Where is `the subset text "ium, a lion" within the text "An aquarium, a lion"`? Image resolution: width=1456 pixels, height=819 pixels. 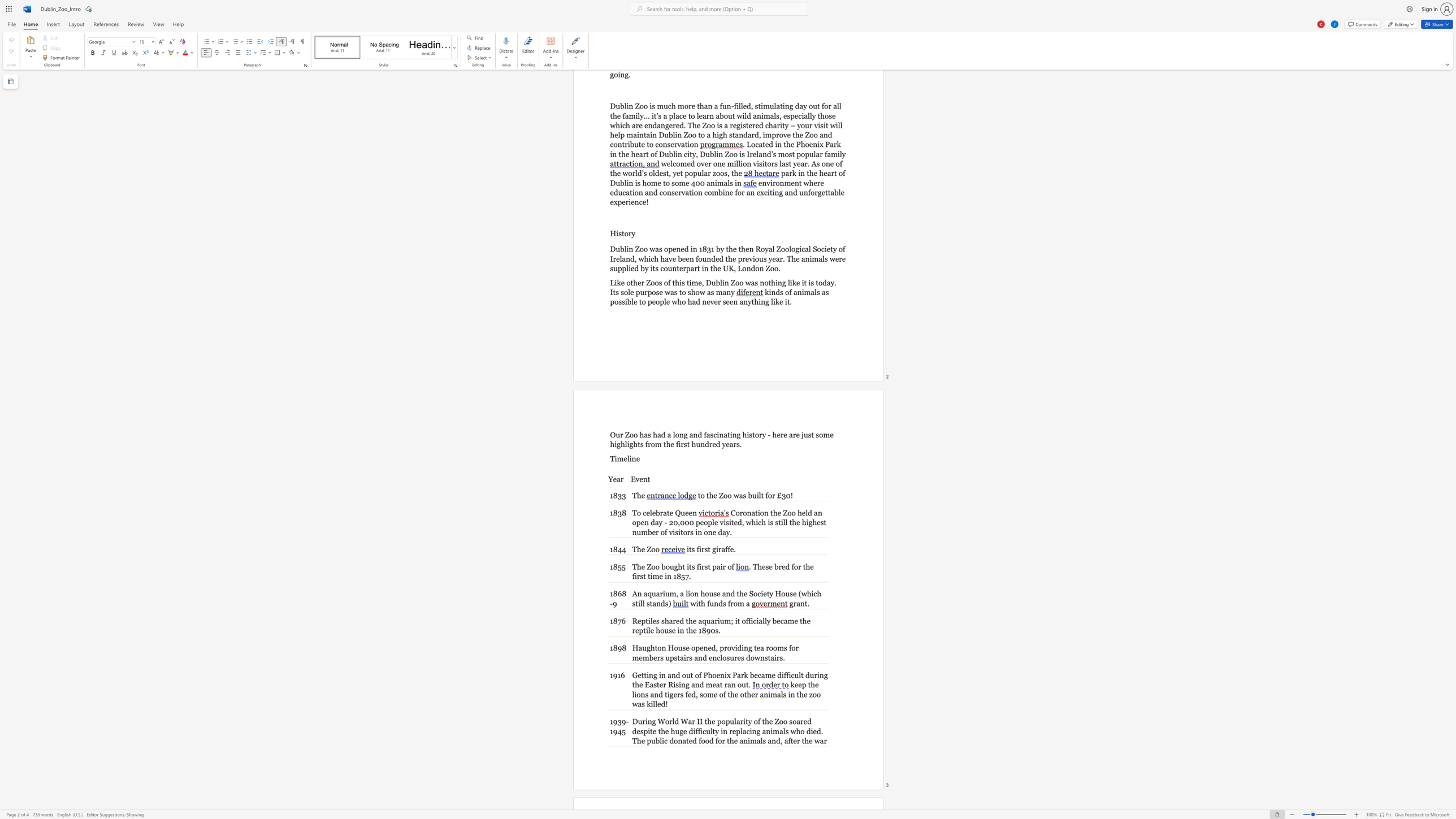
the subset text "ium, a lion" within the text "An aquarium, a lion" is located at coordinates (662, 593).